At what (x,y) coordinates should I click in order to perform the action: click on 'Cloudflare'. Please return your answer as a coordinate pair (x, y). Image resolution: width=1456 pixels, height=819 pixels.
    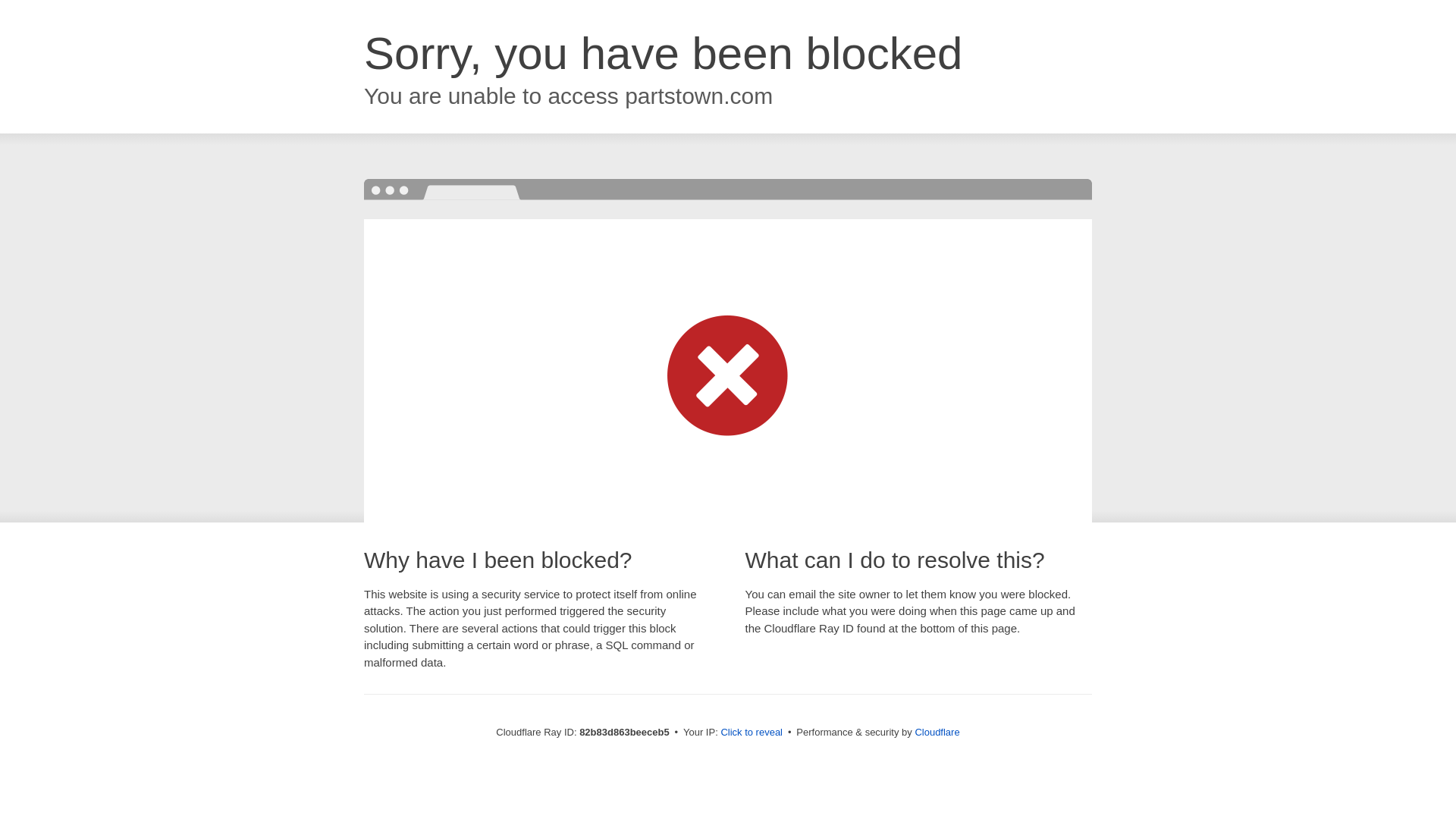
    Looking at the image, I should click on (936, 731).